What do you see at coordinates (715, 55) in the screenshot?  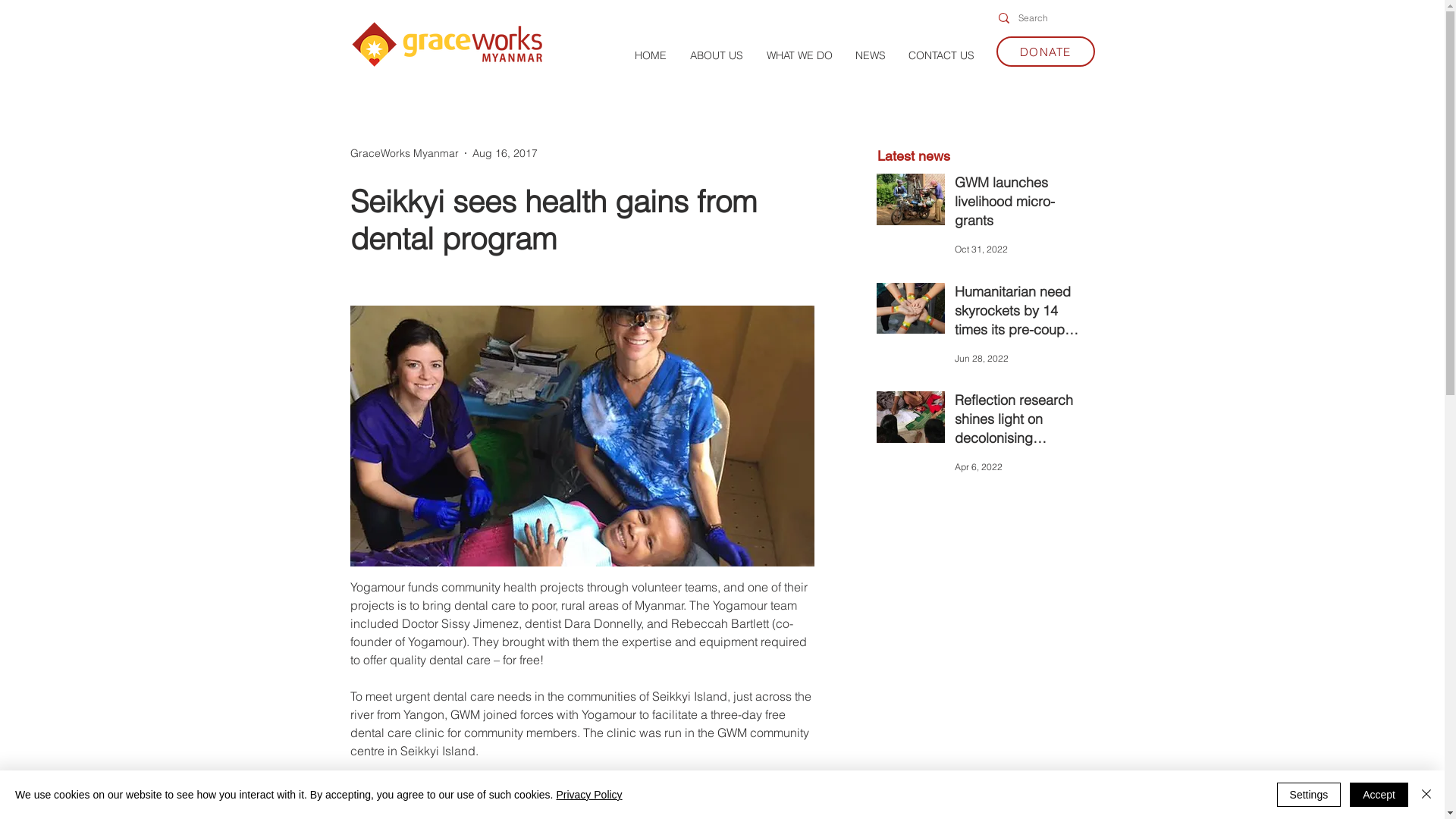 I see `'ABOUT US'` at bounding box center [715, 55].